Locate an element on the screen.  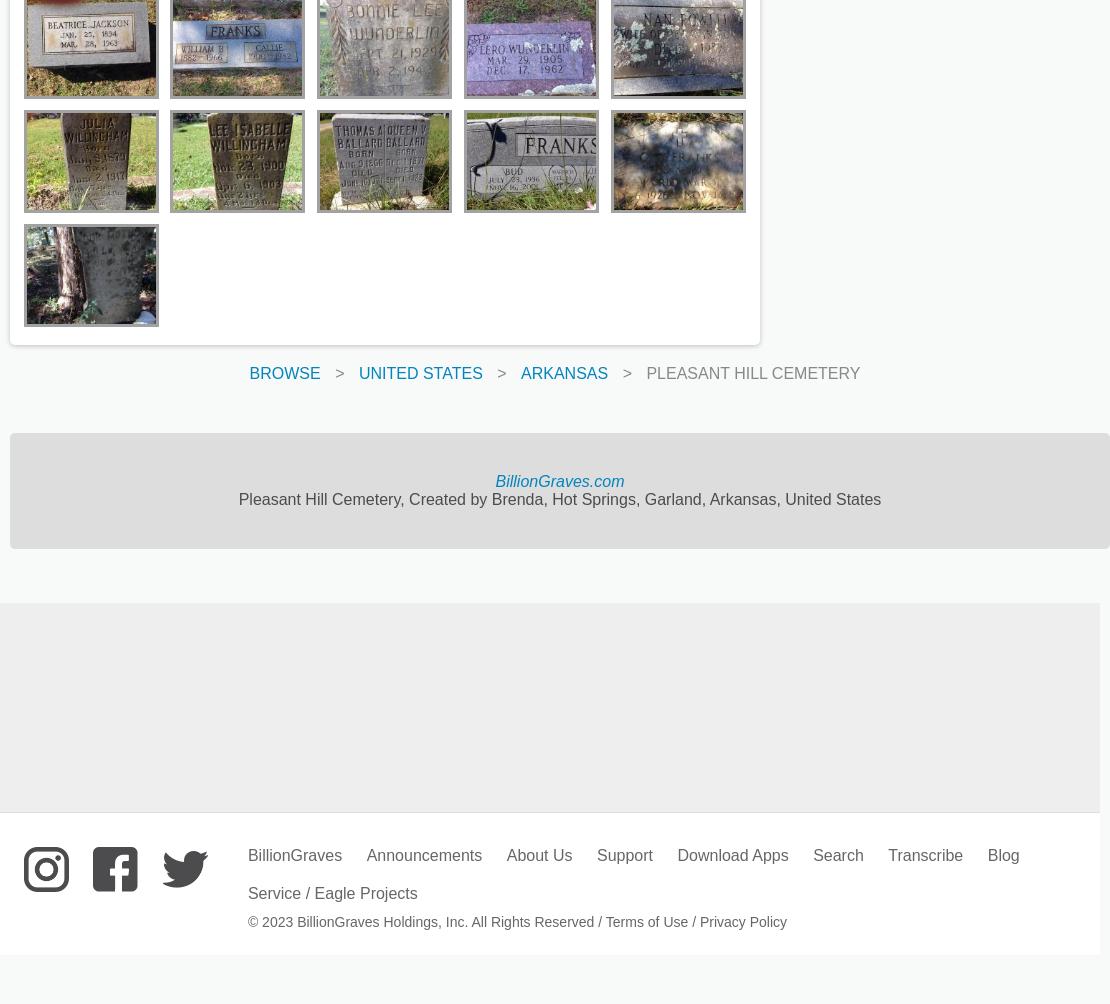
'Privacy Policy' is located at coordinates (742, 920).